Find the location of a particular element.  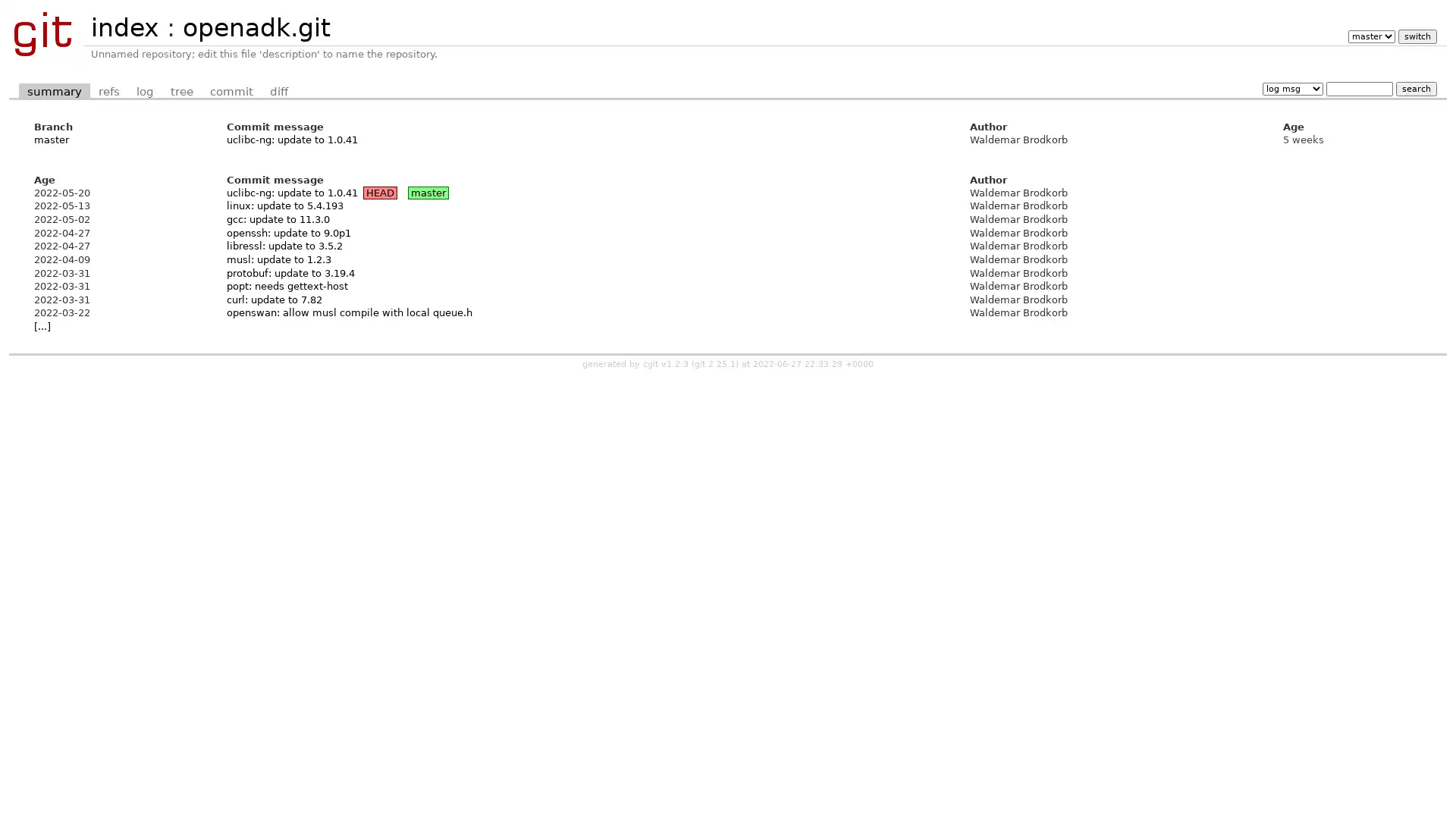

search is located at coordinates (1415, 88).